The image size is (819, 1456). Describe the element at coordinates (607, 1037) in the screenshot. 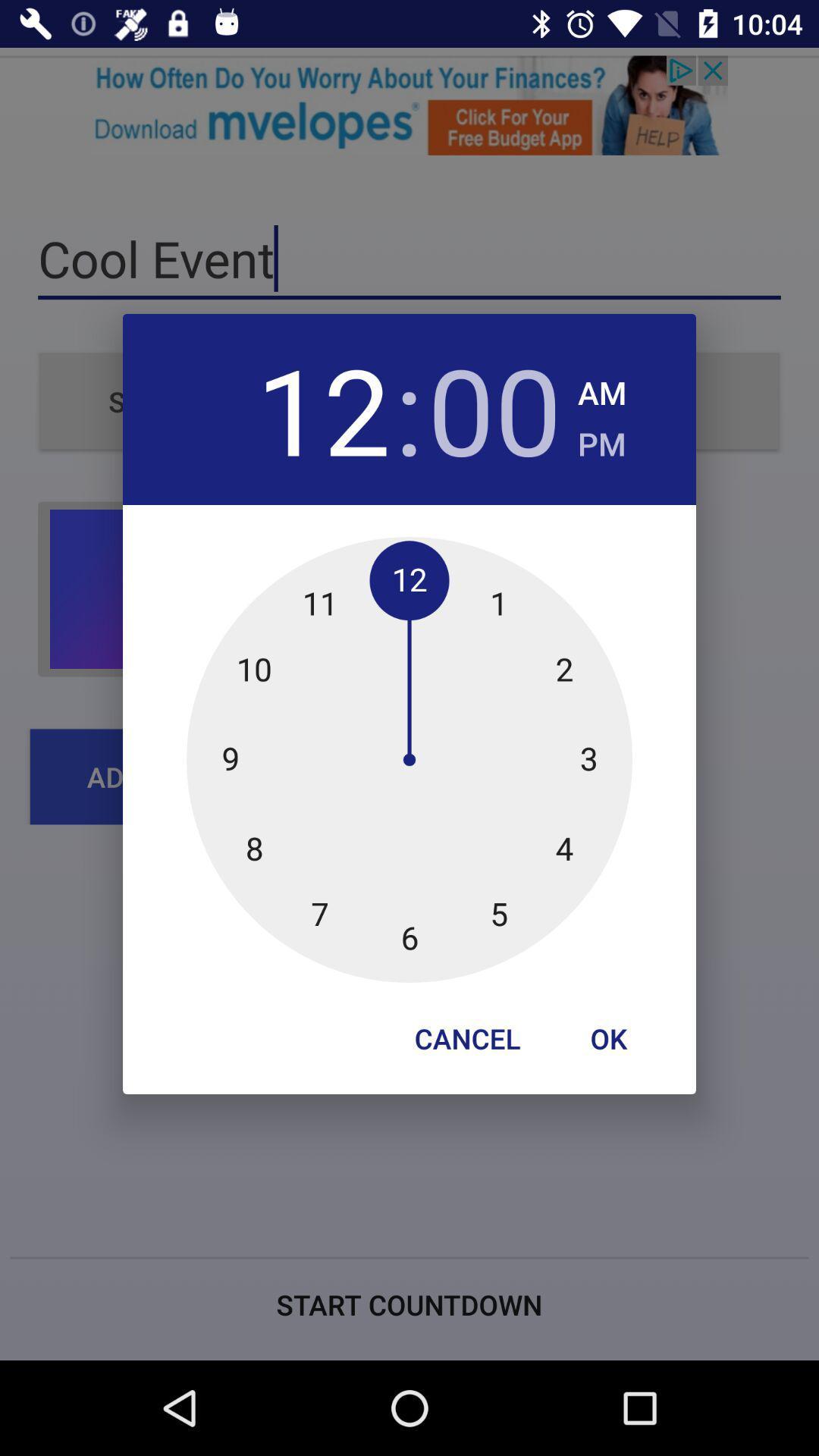

I see `icon at the bottom right corner` at that location.